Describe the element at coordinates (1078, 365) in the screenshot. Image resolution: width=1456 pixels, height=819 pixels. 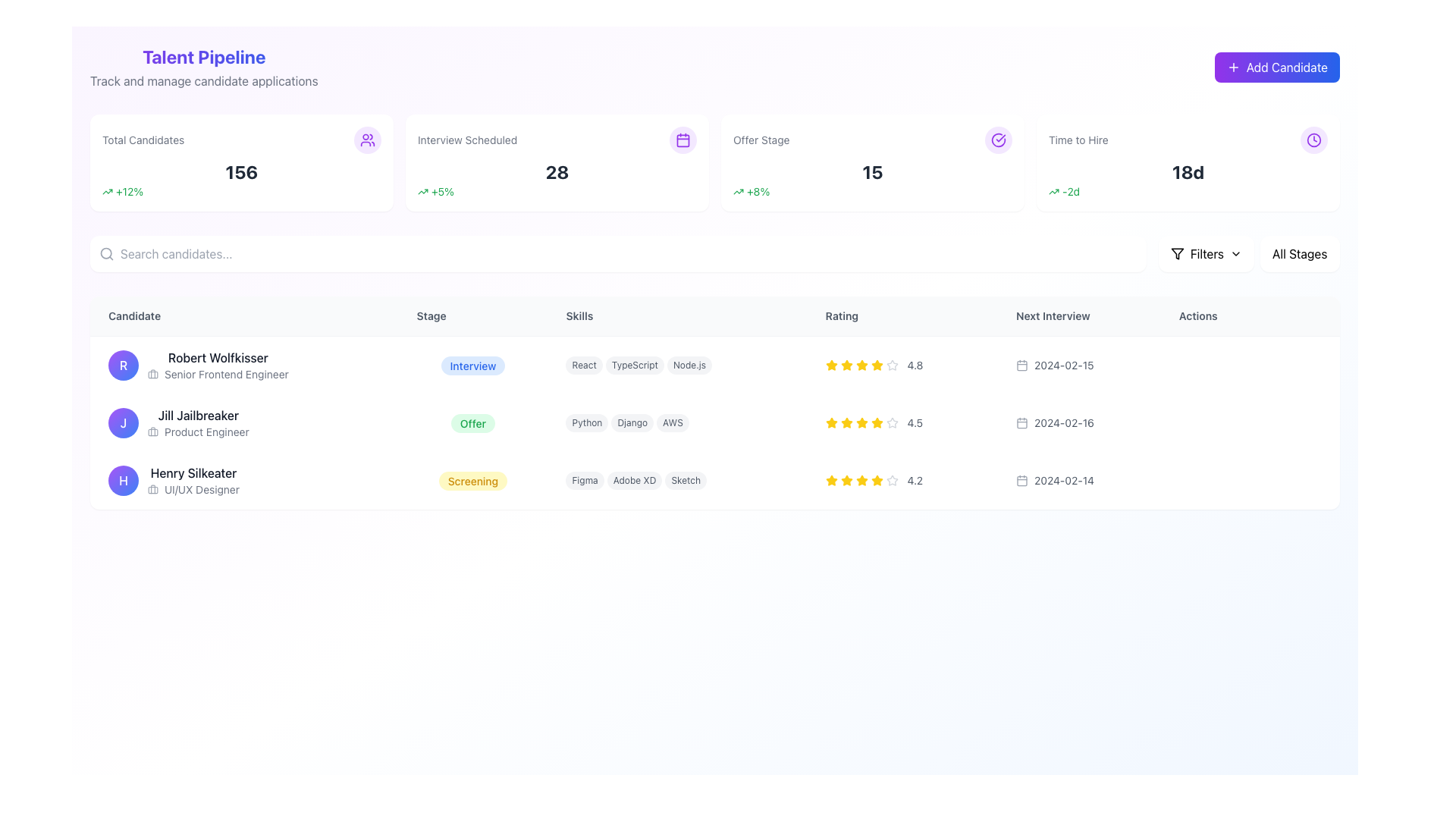
I see `the calendar icon and date label displaying '2024-02-15' in the sixth column under the 'Next Interview' header for the row of 'Robert Wolfkisser'` at that location.